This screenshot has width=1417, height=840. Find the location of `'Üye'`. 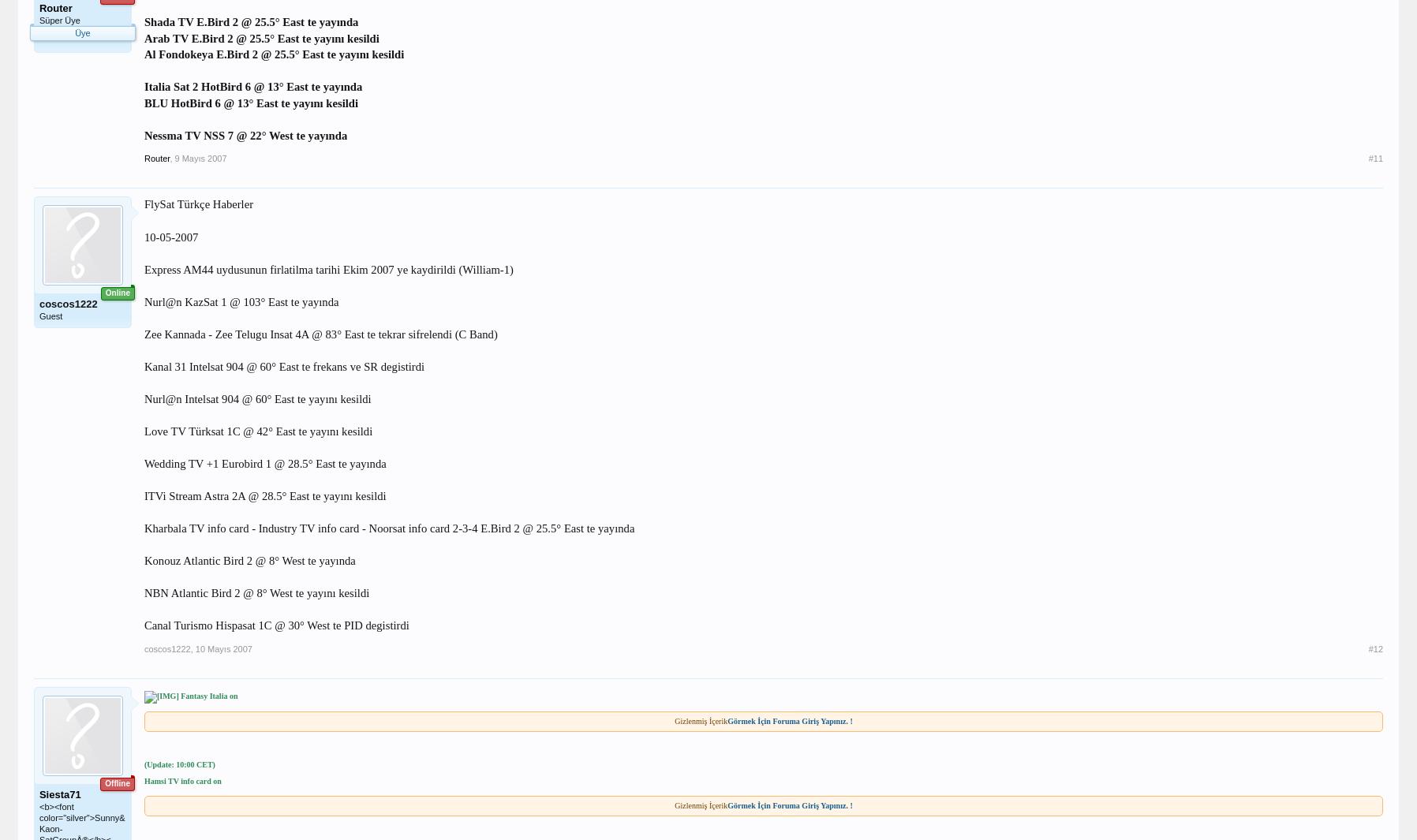

'Üye' is located at coordinates (81, 32).